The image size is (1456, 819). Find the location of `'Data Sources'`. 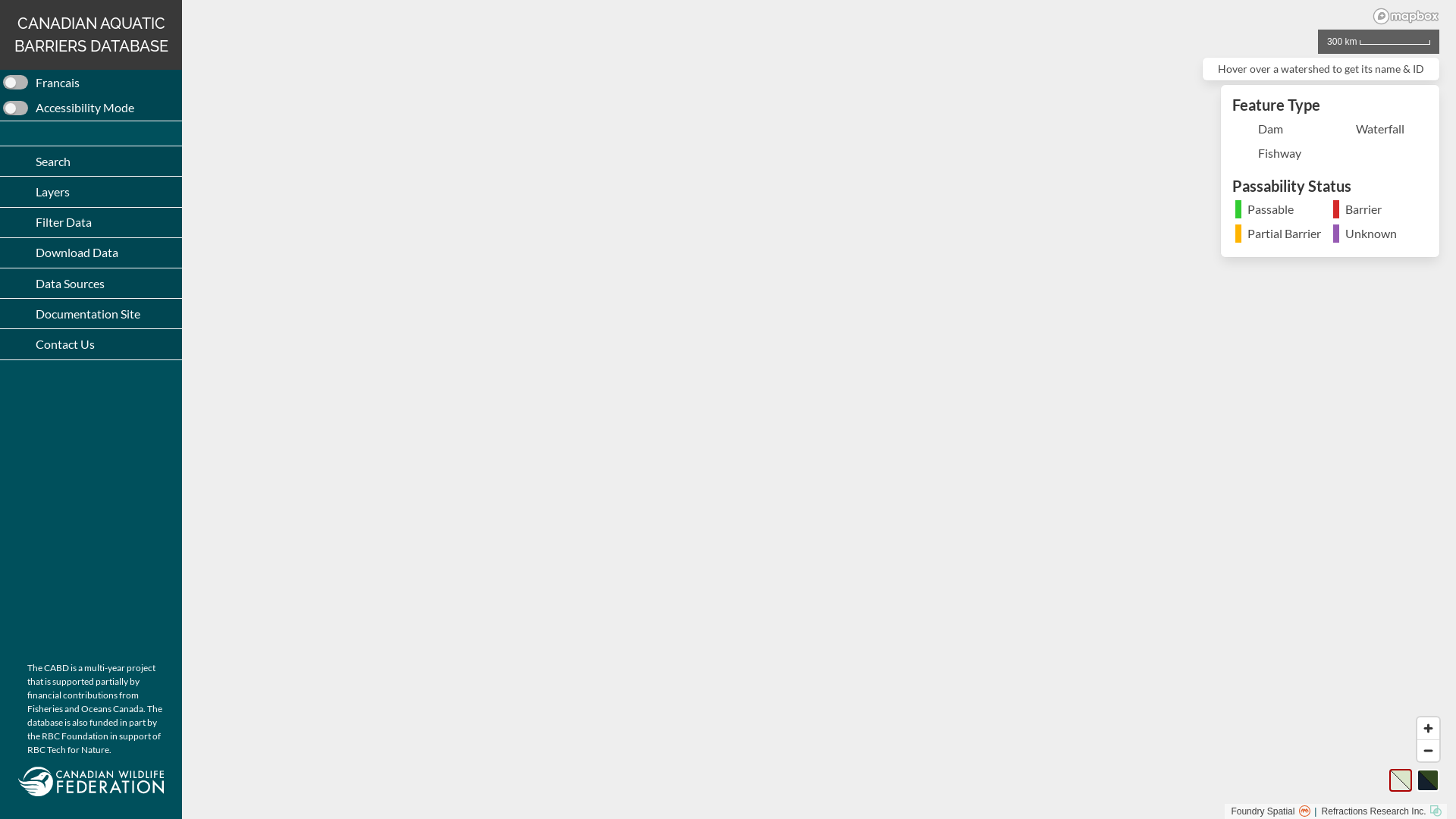

'Data Sources' is located at coordinates (90, 283).